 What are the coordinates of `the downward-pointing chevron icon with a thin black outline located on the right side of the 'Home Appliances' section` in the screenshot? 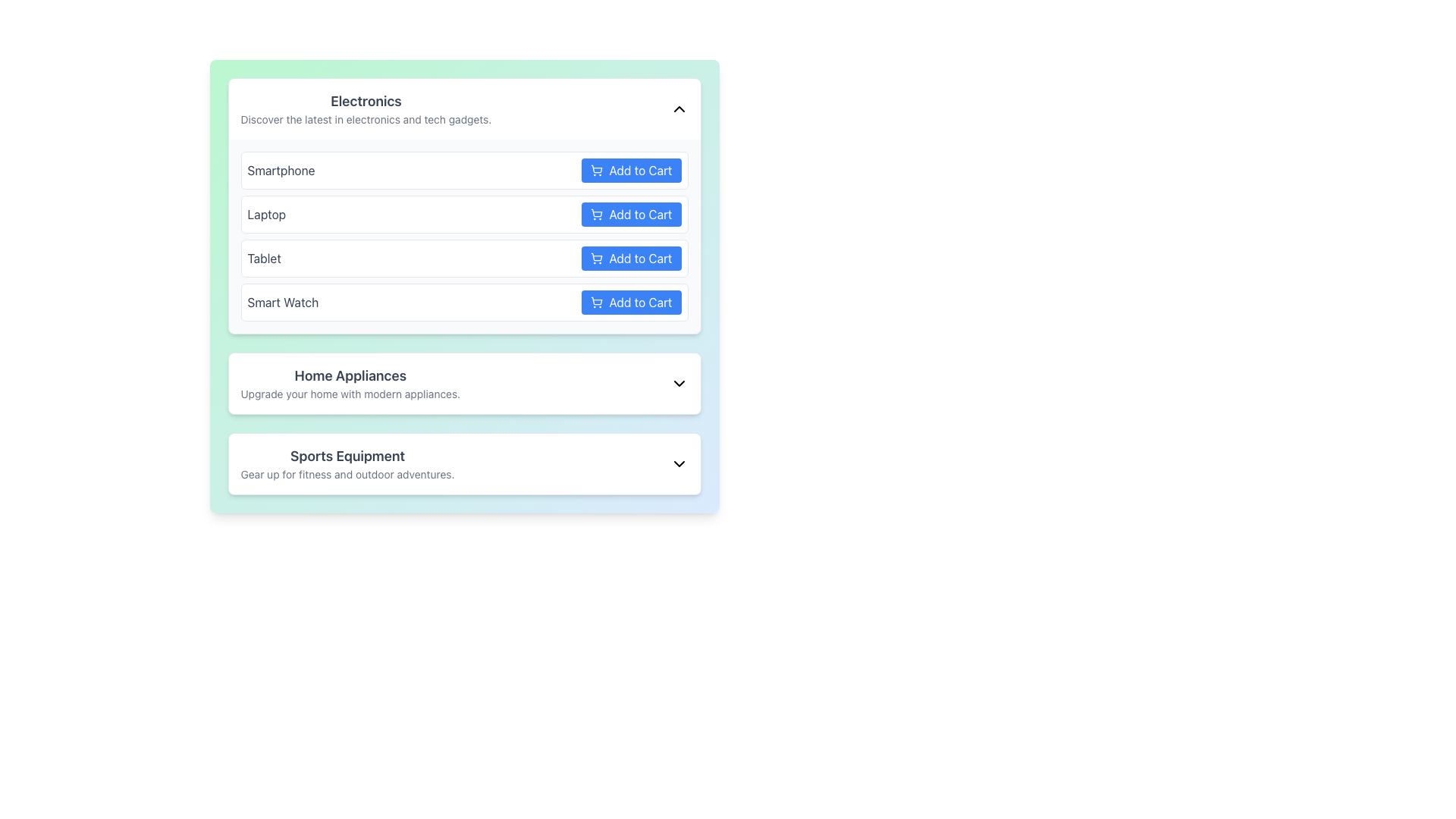 It's located at (678, 382).